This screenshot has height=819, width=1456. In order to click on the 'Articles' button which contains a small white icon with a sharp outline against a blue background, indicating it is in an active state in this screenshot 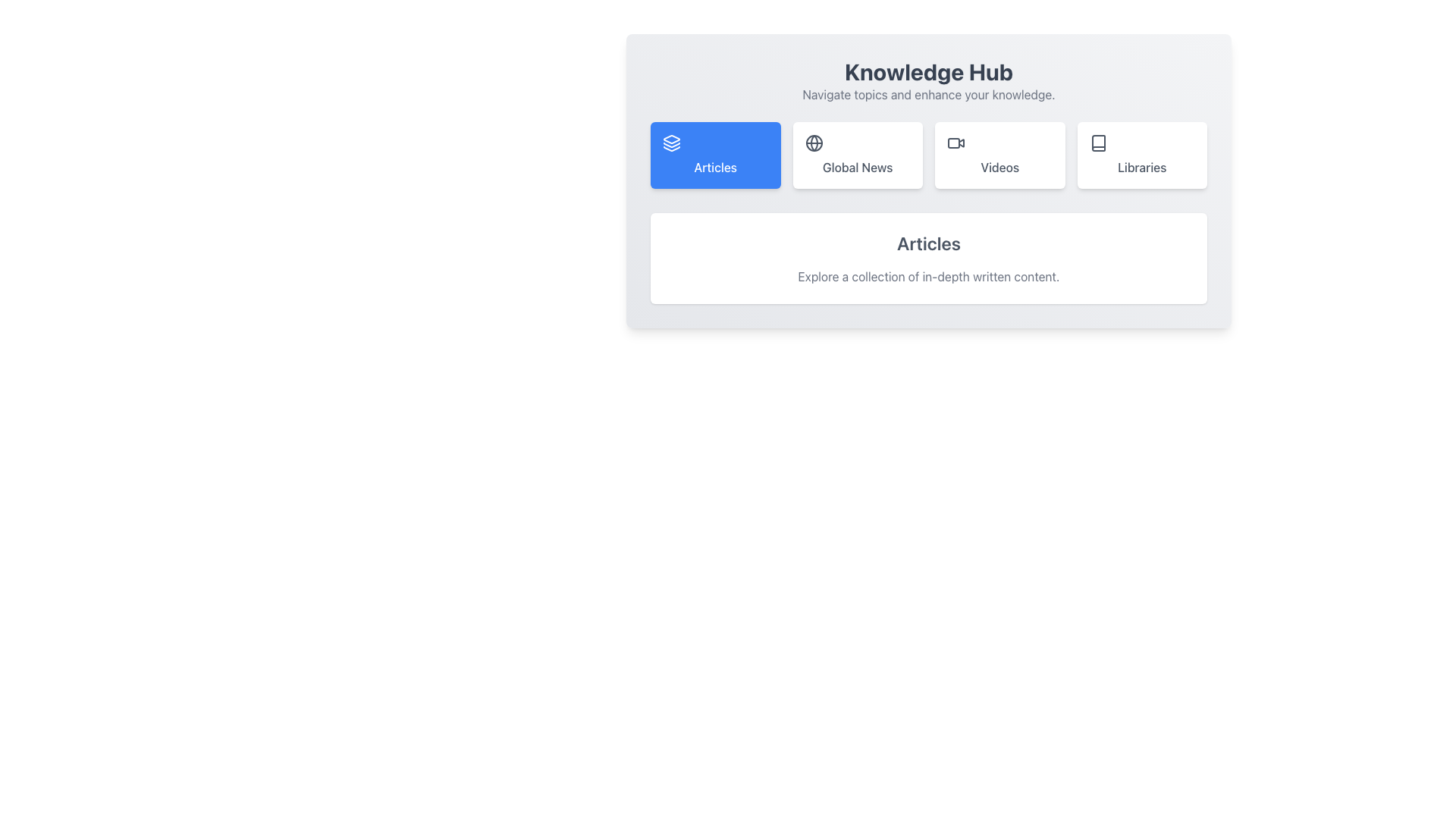, I will do `click(671, 143)`.